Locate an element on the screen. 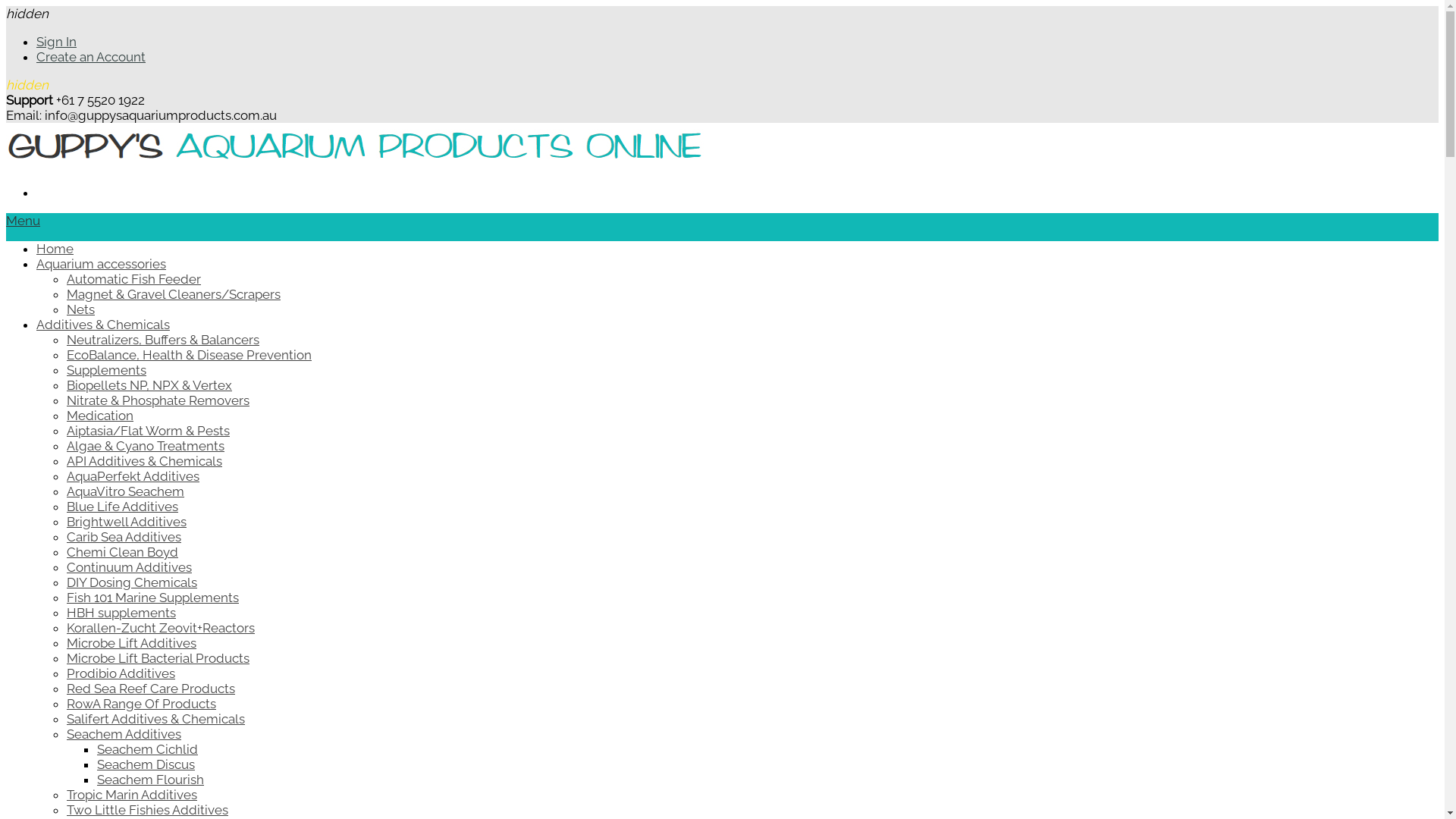  'Supplements' is located at coordinates (105, 370).